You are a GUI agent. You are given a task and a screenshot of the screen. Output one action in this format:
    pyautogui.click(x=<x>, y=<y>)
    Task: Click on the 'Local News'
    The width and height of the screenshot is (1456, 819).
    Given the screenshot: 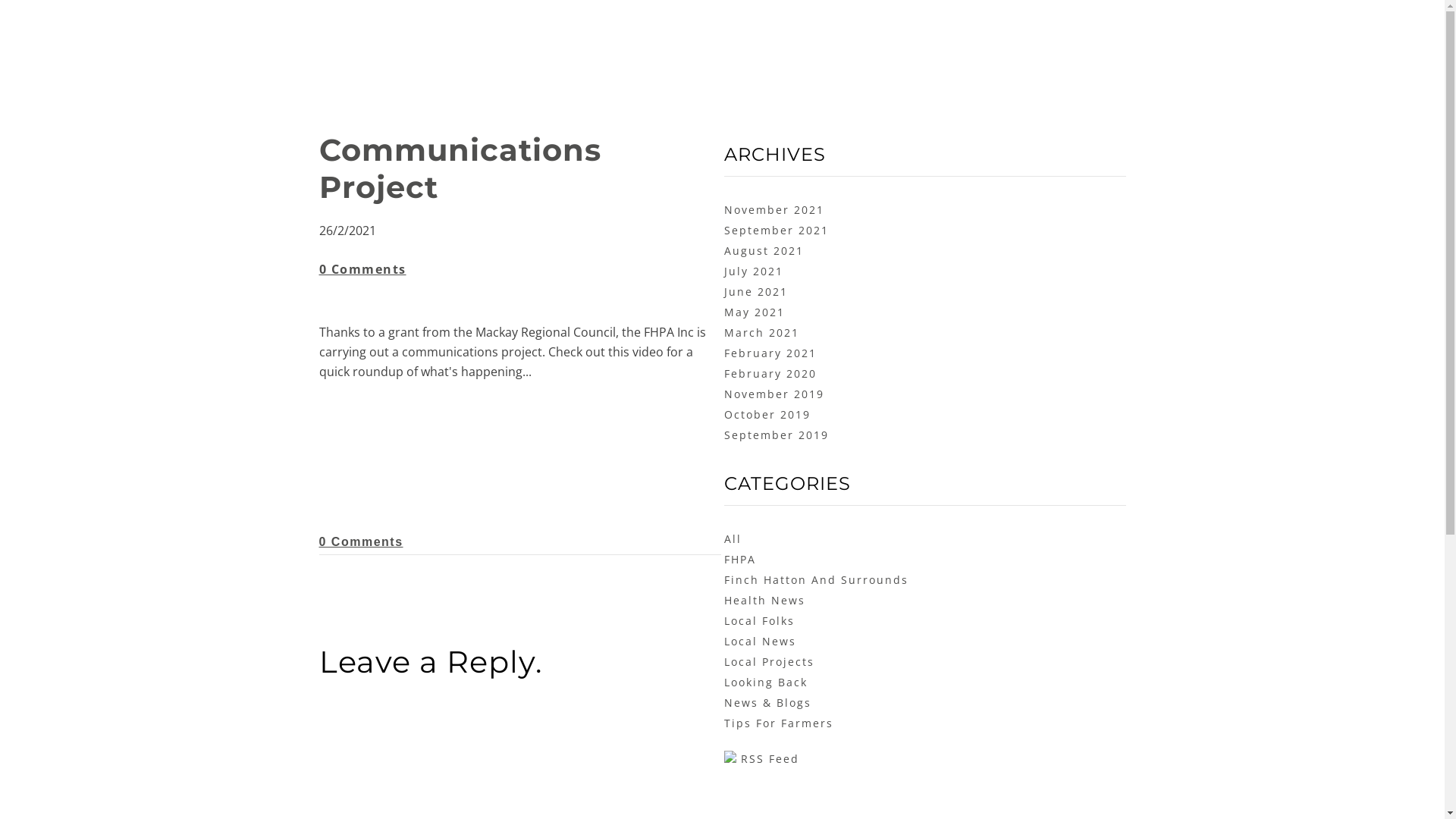 What is the action you would take?
    pyautogui.click(x=759, y=641)
    